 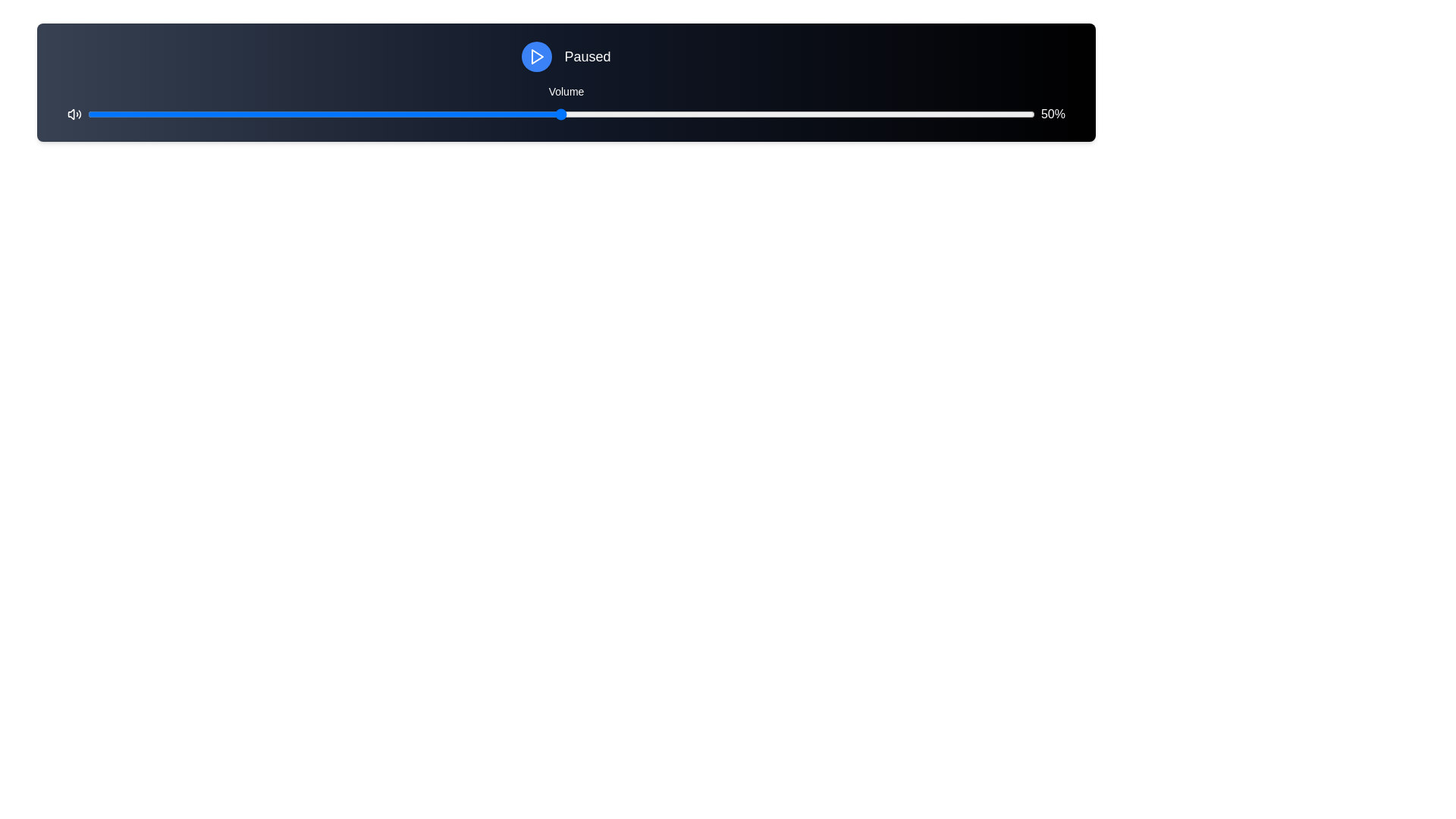 I want to click on the volume level, so click(x=751, y=113).